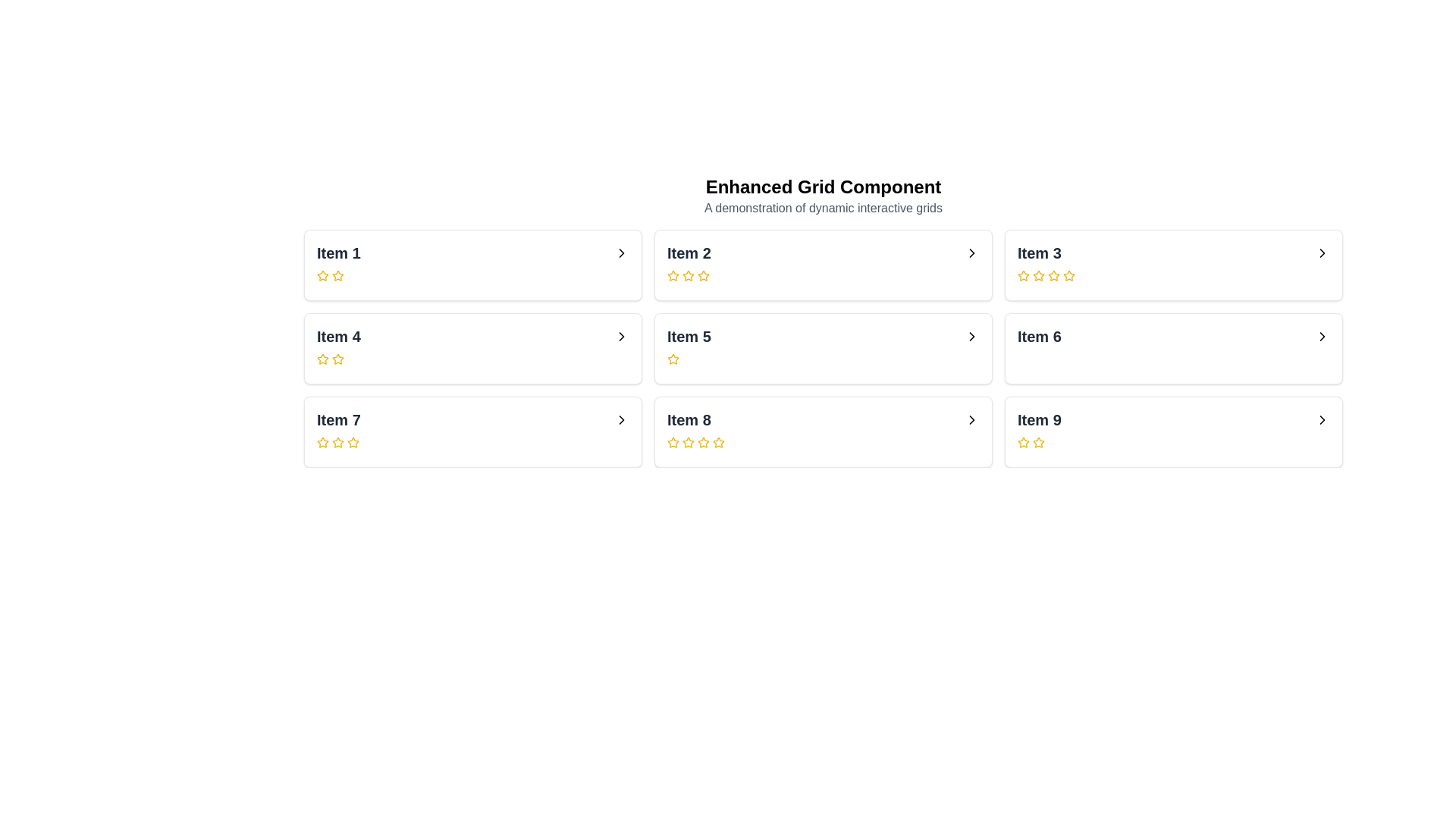  I want to click on the first star icon in the rating system for keyboard interaction, so click(322, 359).